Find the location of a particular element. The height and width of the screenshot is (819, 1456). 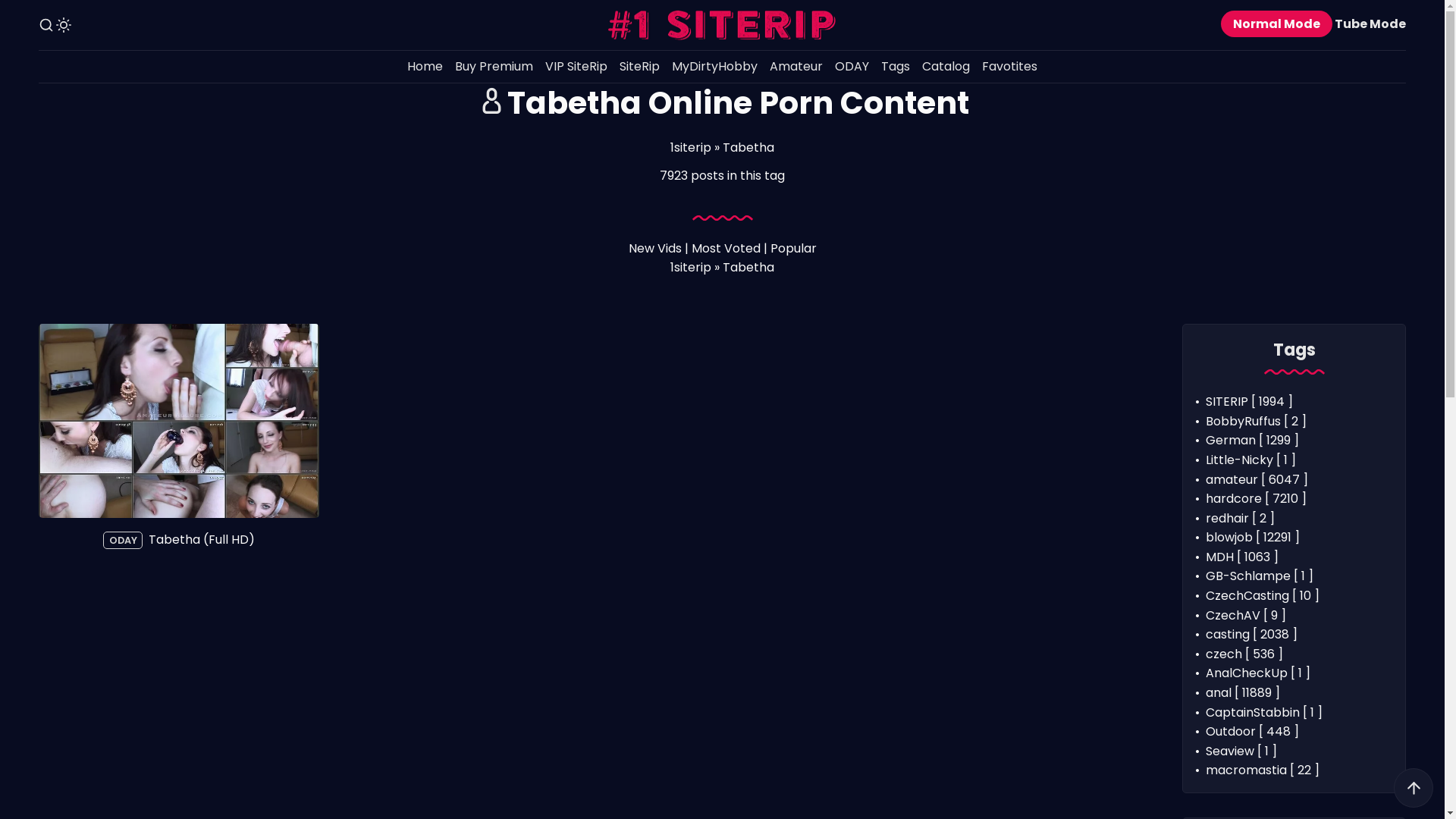

'1siterip' is located at coordinates (690, 147).